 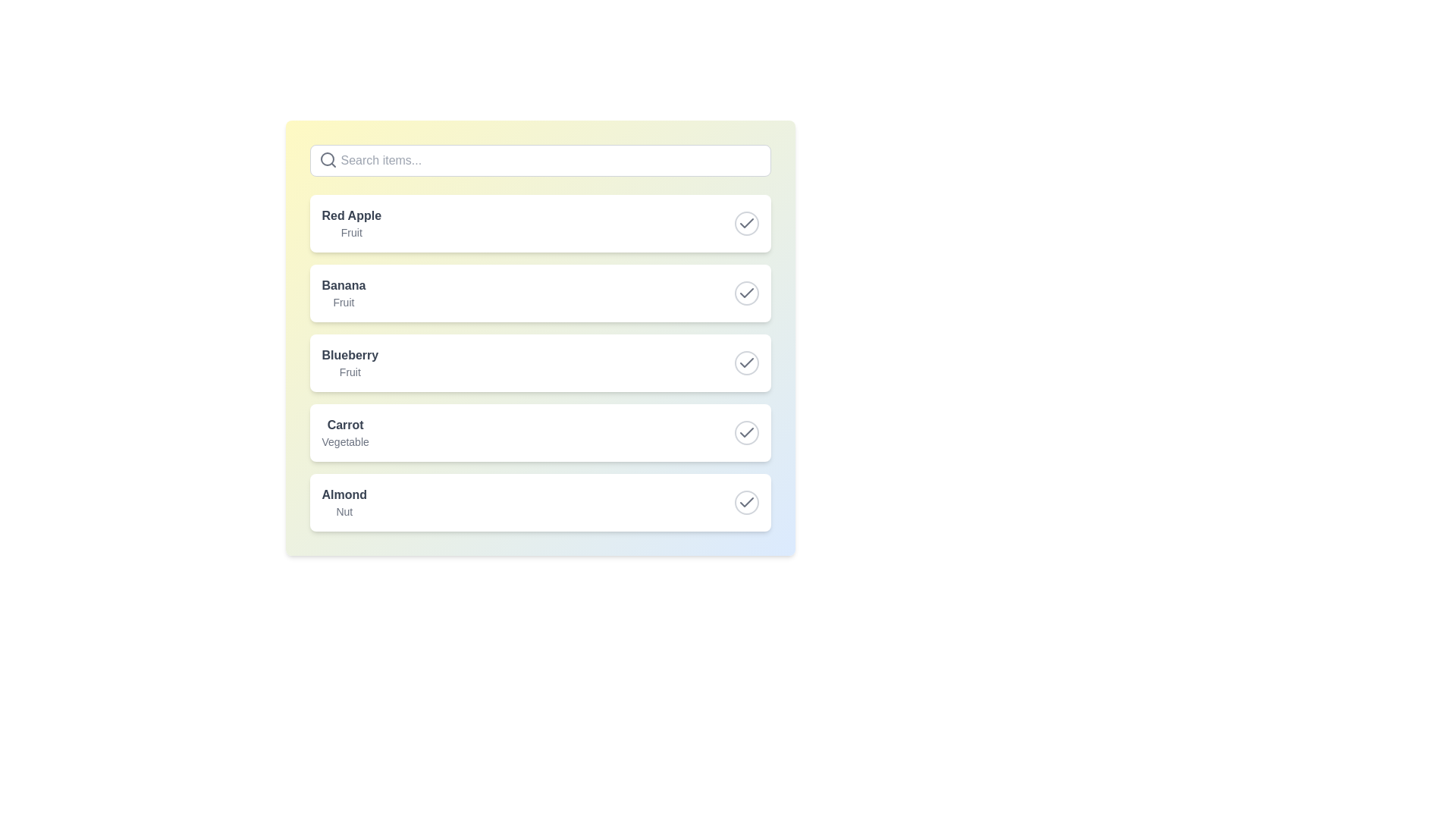 I want to click on the Text label with hierarchical styling that displays 'Carrot' and 'Vegetable', located in the fourth card of a vertical list, positioned between the 'Blueberry' and 'Almond' cards, so click(x=344, y=432).